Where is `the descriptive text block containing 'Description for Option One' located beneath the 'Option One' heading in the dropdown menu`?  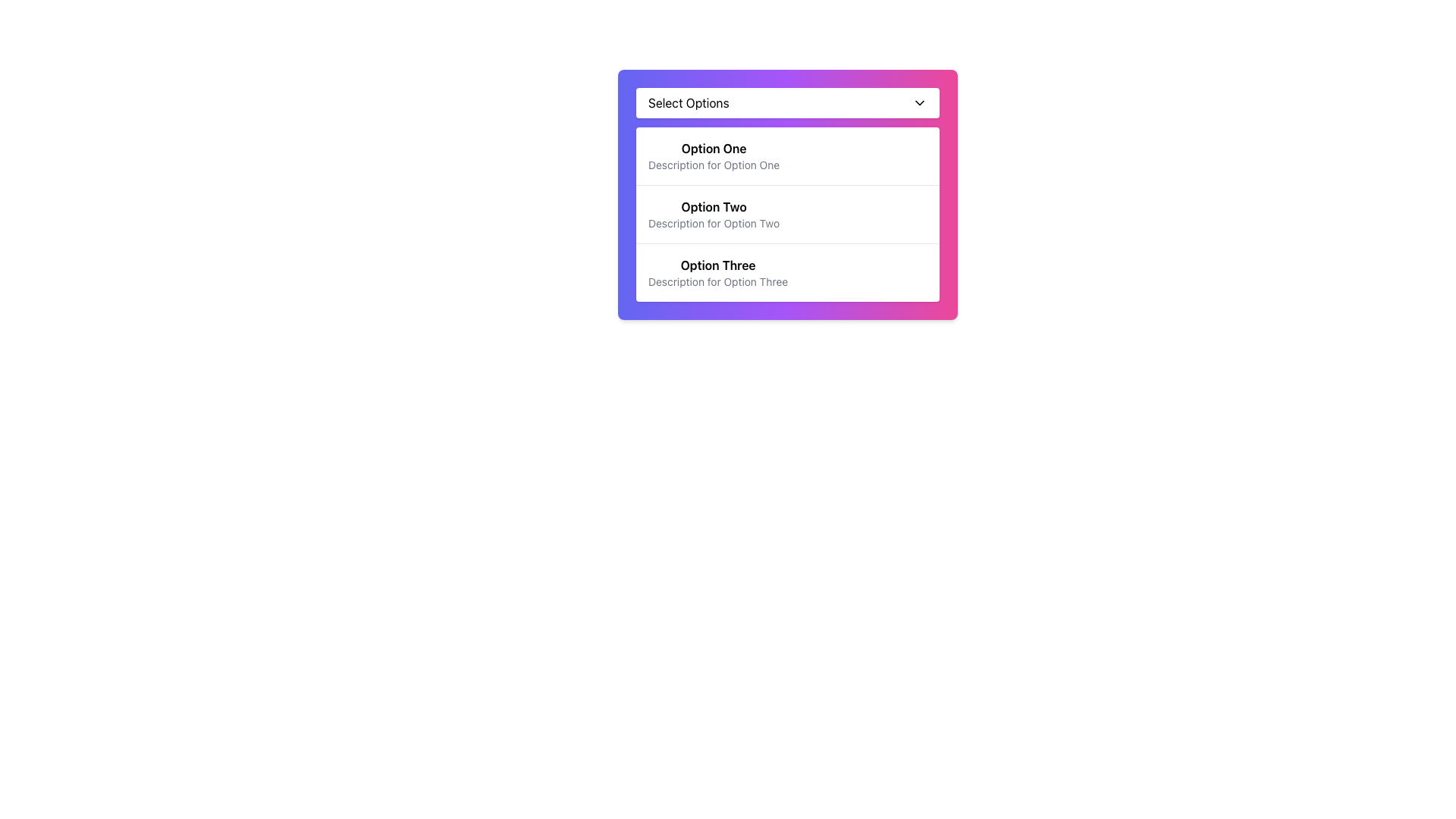 the descriptive text block containing 'Description for Option One' located beneath the 'Option One' heading in the dropdown menu is located at coordinates (713, 165).